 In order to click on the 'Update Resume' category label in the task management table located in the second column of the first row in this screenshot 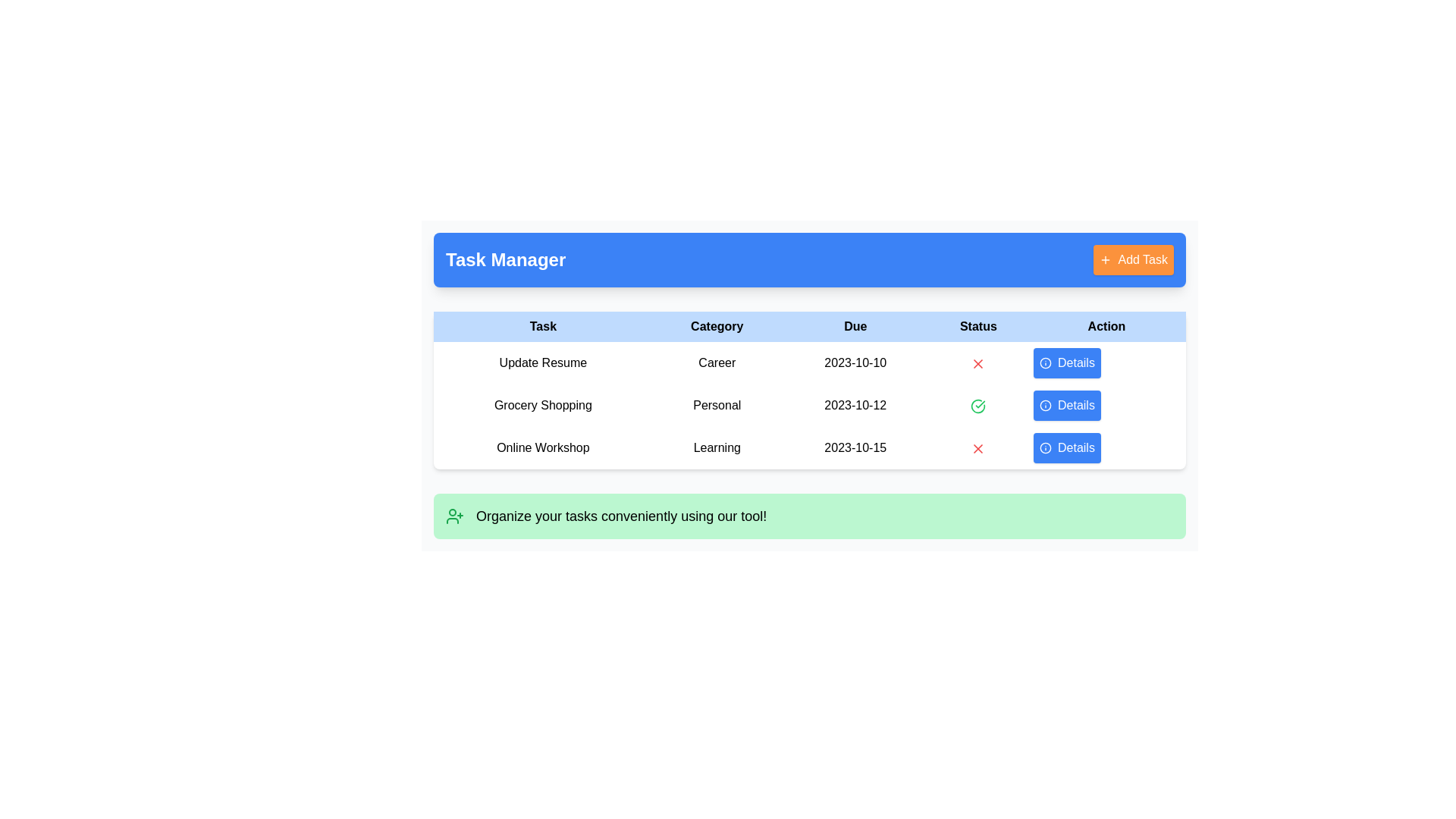, I will do `click(716, 362)`.